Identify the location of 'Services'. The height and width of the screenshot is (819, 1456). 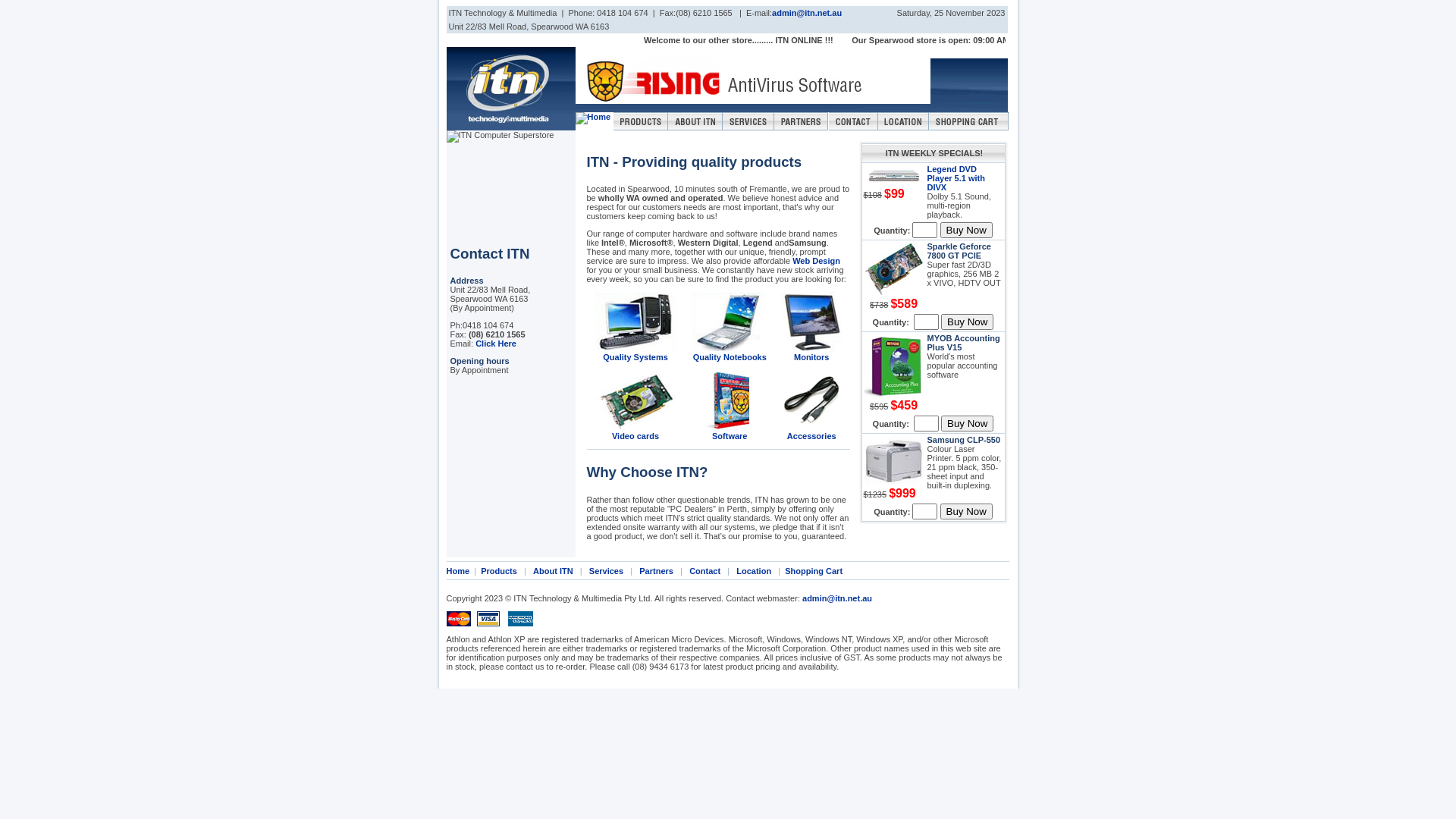
(605, 570).